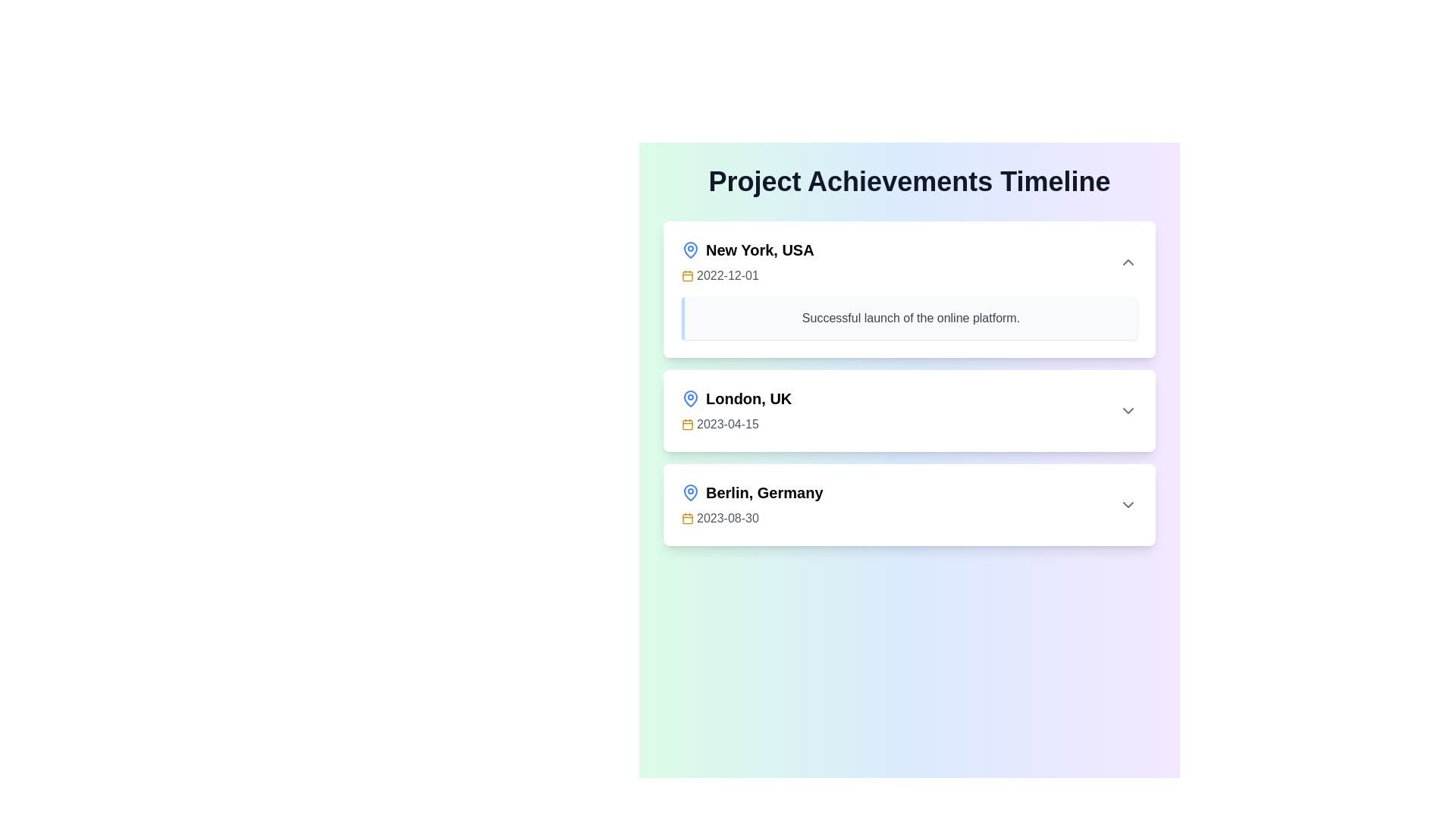 The image size is (1456, 819). I want to click on the small yellow calendar icon located to the left of the date '2022-12-01' in the achievement entry titled 'New York, USA', so click(687, 275).